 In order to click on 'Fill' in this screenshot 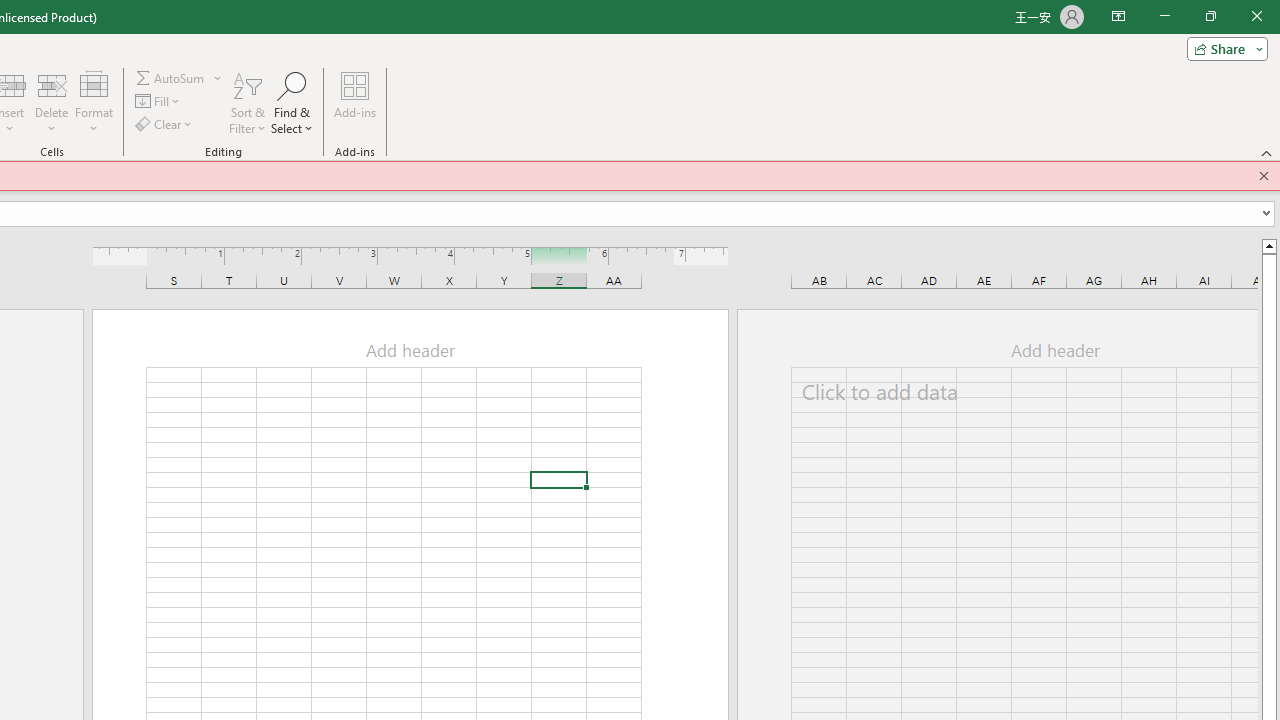, I will do `click(158, 101)`.